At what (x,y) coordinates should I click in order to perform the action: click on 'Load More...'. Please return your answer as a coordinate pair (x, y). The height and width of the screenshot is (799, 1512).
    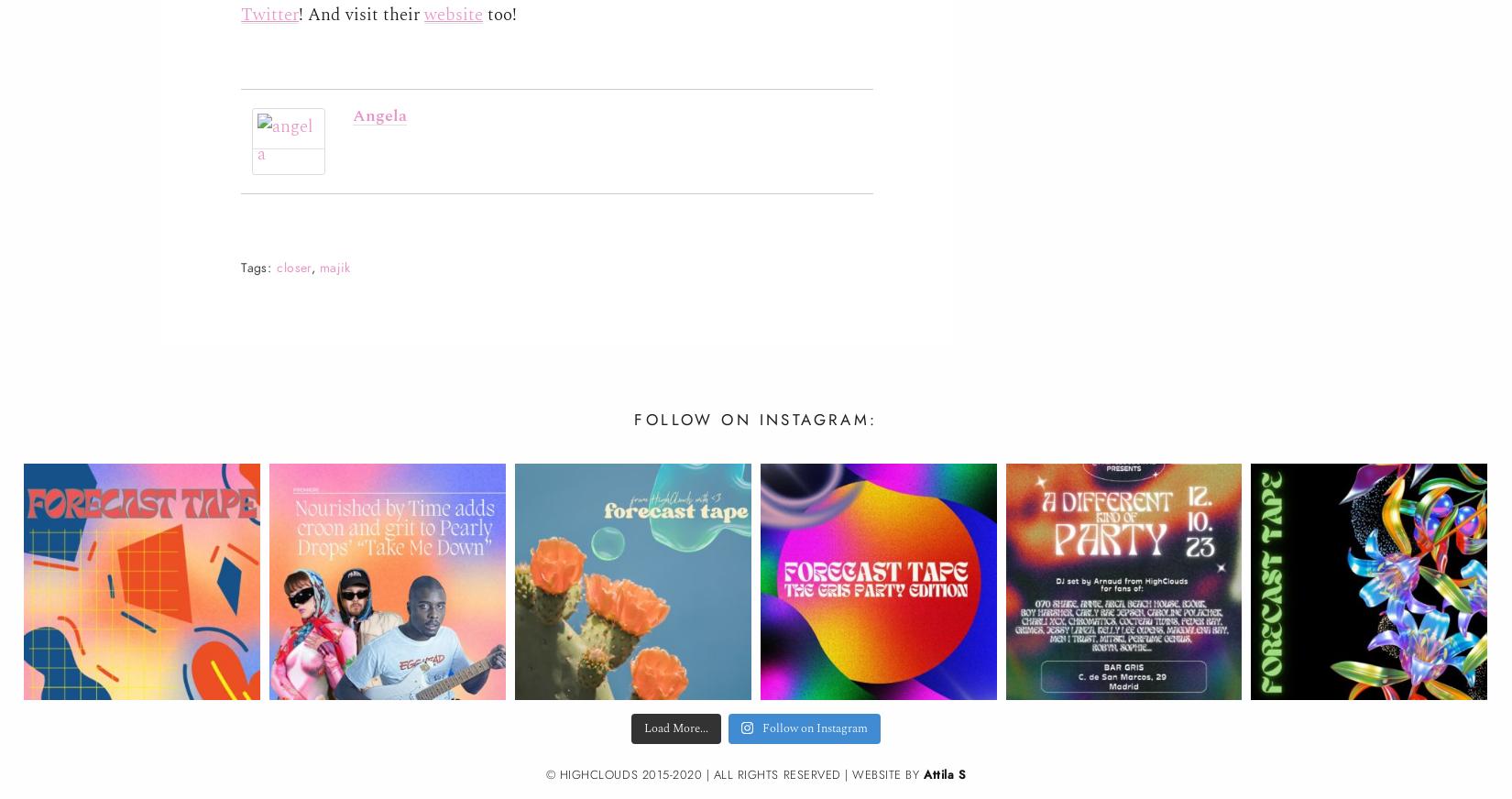
    Looking at the image, I should click on (674, 728).